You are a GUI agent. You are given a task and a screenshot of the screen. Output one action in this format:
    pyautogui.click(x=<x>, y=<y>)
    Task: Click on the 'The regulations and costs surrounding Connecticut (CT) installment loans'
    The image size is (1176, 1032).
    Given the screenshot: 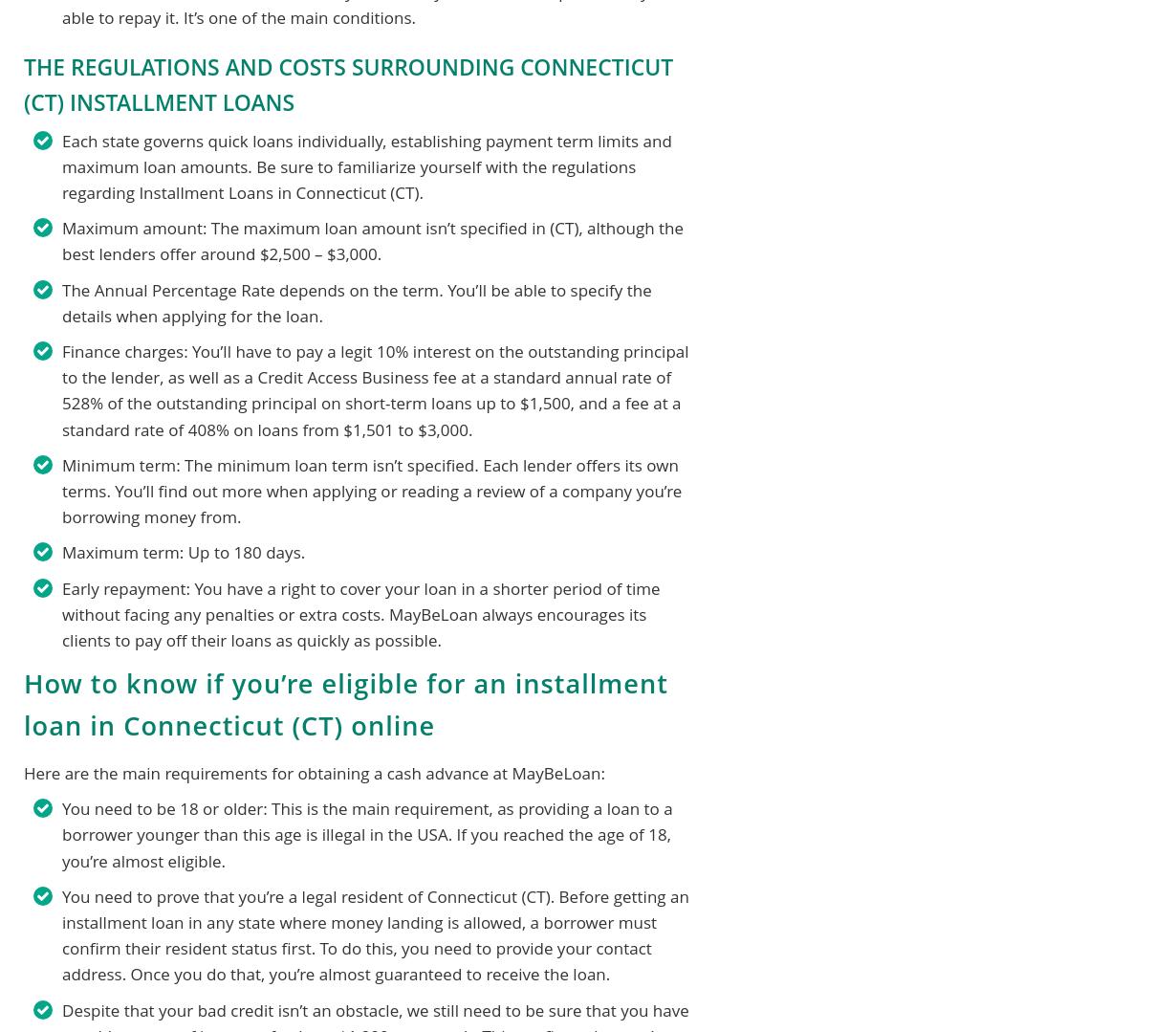 What is the action you would take?
    pyautogui.click(x=347, y=84)
    